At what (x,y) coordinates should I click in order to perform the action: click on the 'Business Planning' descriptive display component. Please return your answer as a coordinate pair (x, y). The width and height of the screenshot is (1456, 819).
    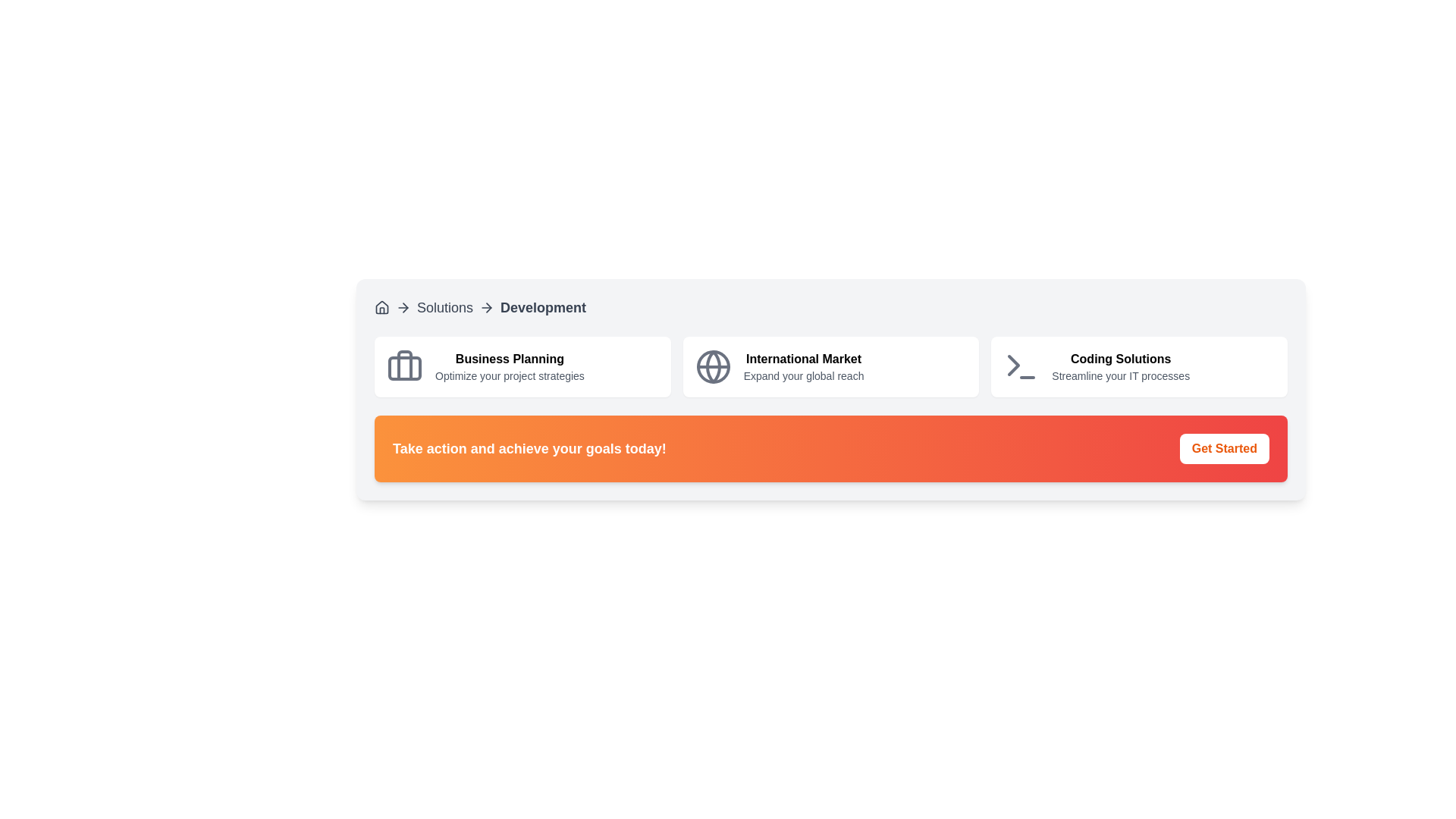
    Looking at the image, I should click on (510, 366).